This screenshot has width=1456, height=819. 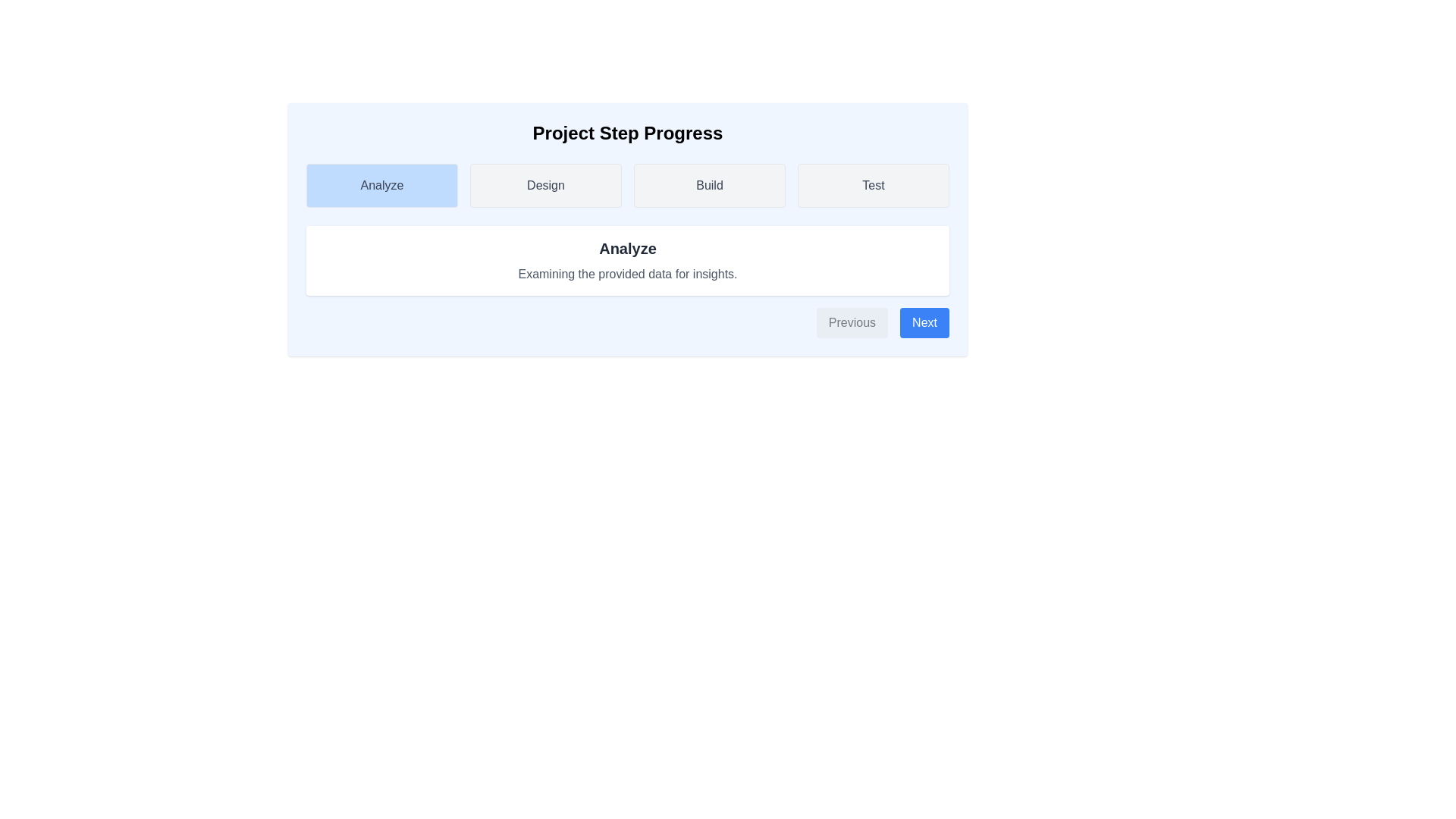 What do you see at coordinates (709, 185) in the screenshot?
I see `the 'Build' button, which is the third button in a sequence of four buttons labeled 'Analyze', 'Design', 'Build', and 'Test', located directly under the header 'Project Step Progress'` at bounding box center [709, 185].